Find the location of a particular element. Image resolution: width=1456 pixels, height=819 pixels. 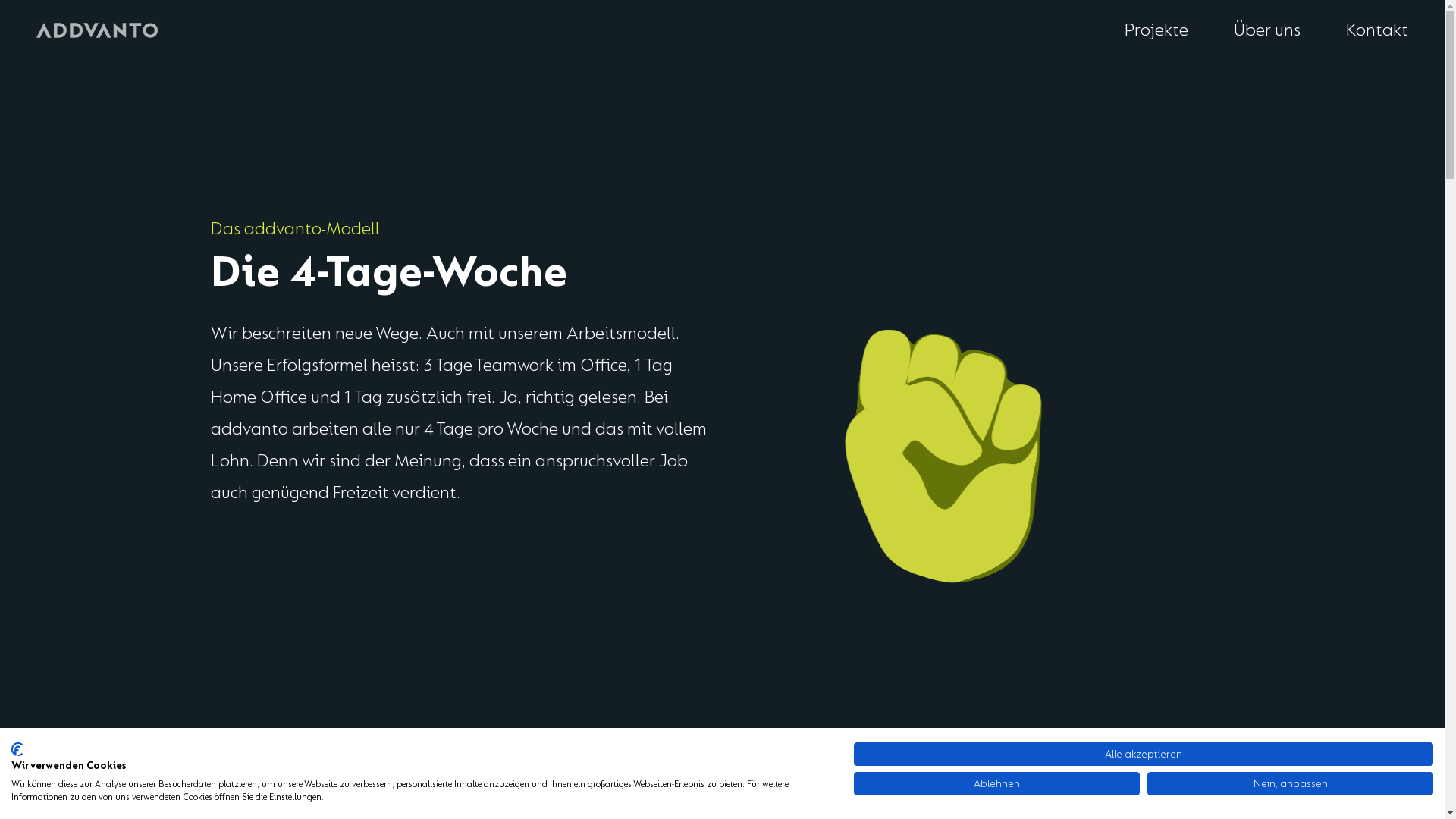

'Kontakt' is located at coordinates (1376, 30).